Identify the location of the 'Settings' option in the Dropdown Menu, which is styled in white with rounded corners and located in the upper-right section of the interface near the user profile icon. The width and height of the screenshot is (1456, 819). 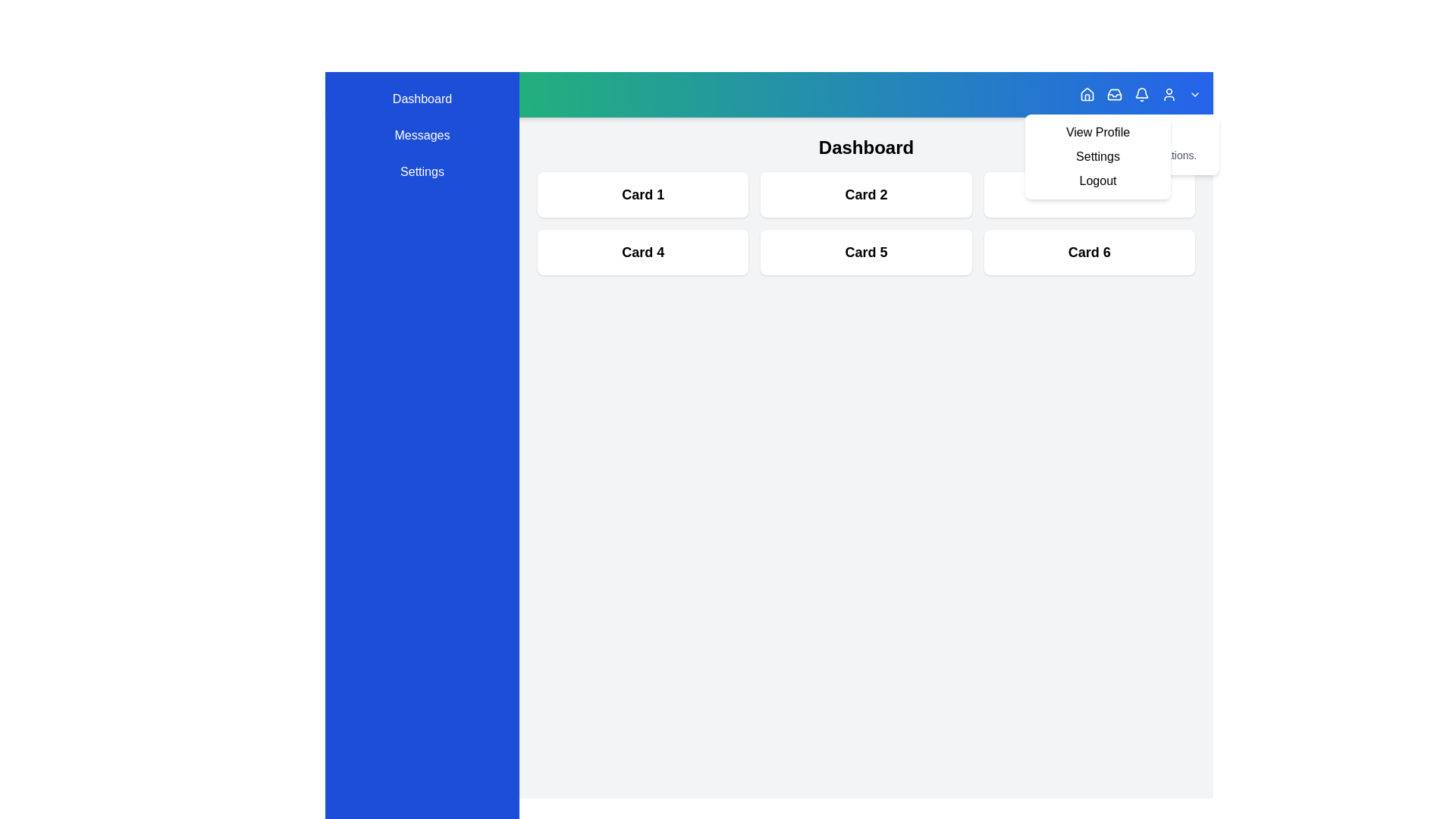
(1098, 157).